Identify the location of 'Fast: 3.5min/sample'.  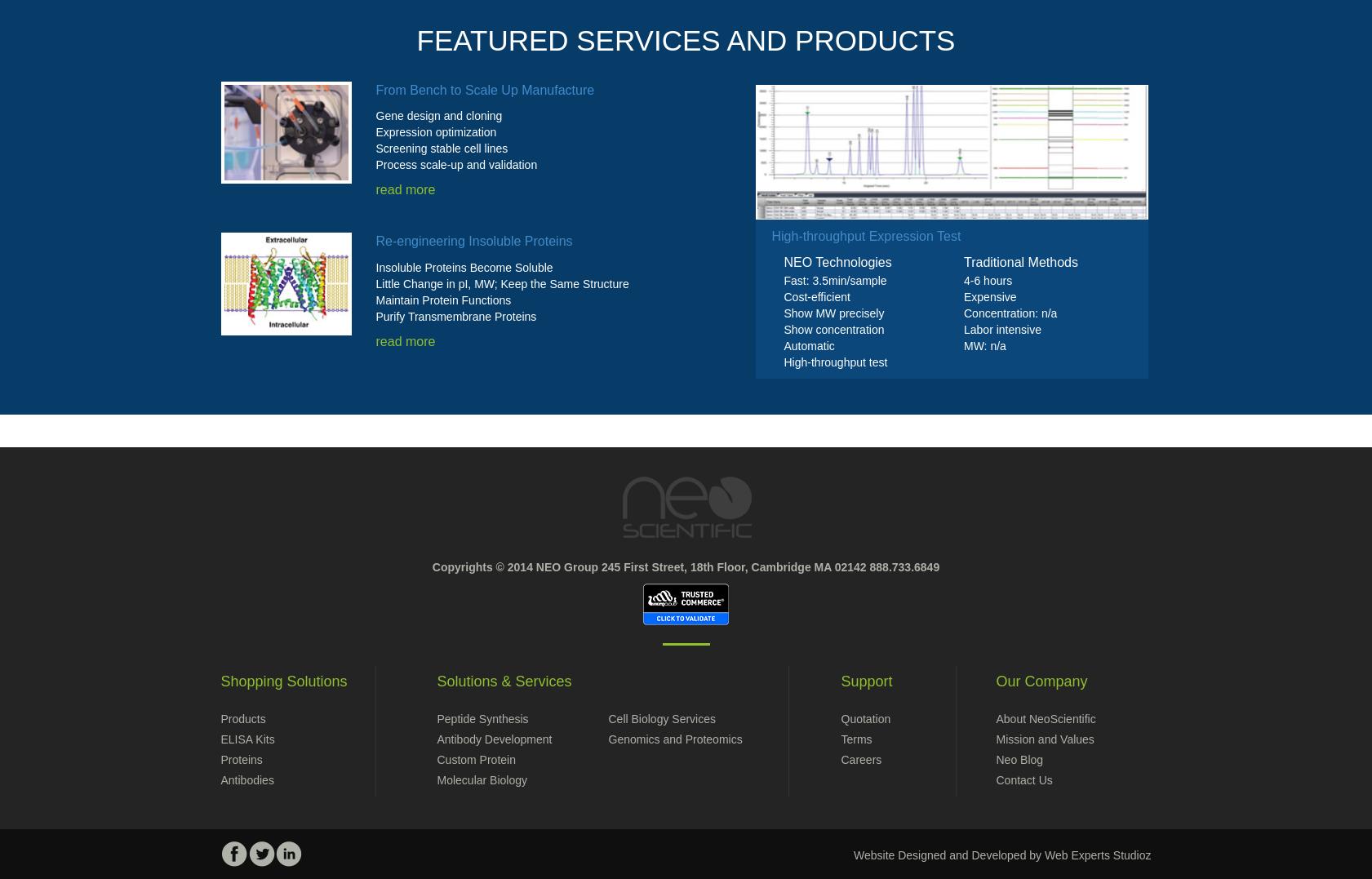
(835, 279).